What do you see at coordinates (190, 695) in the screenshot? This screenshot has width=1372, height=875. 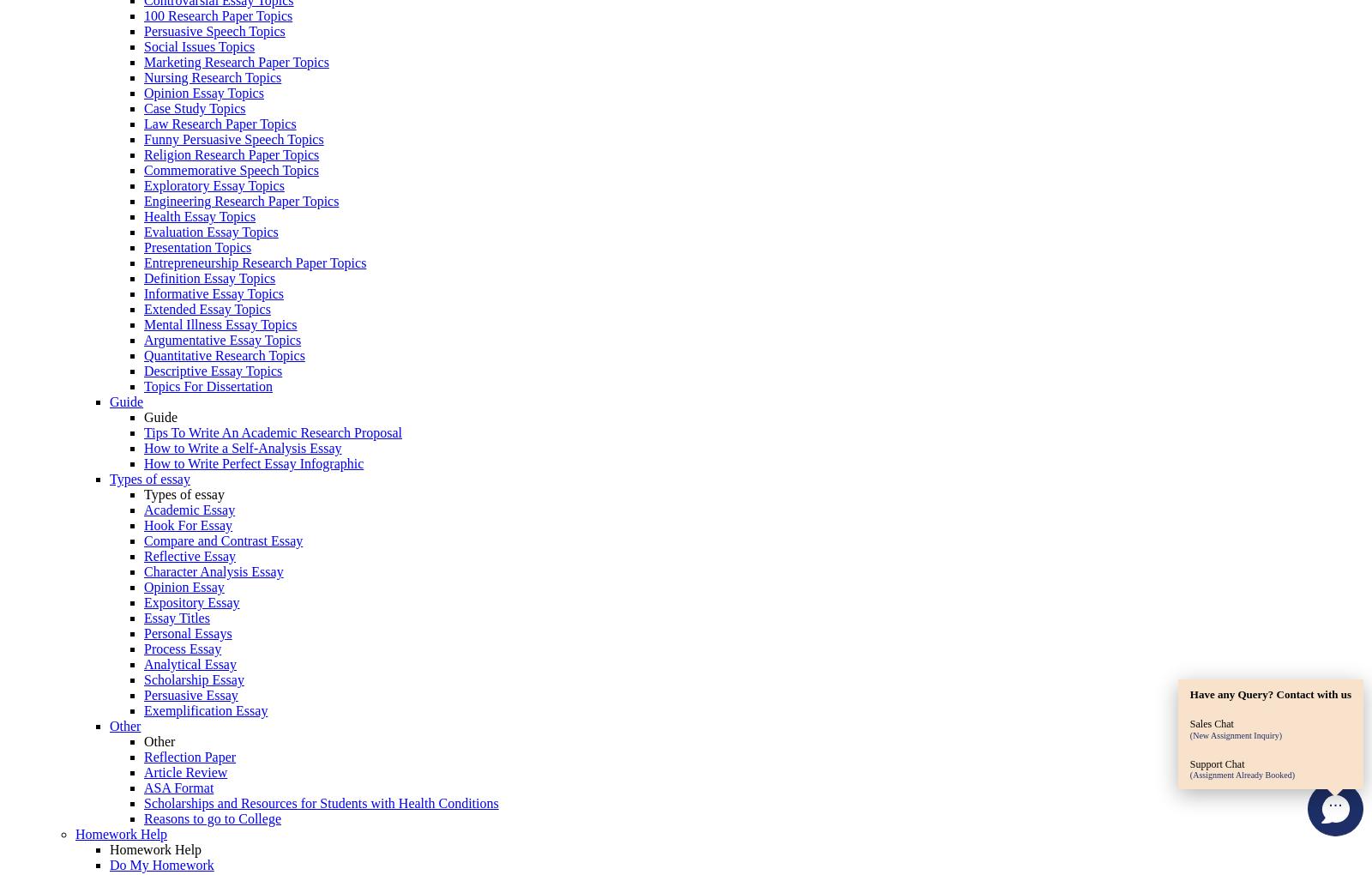 I see `'Persuasive Essay'` at bounding box center [190, 695].